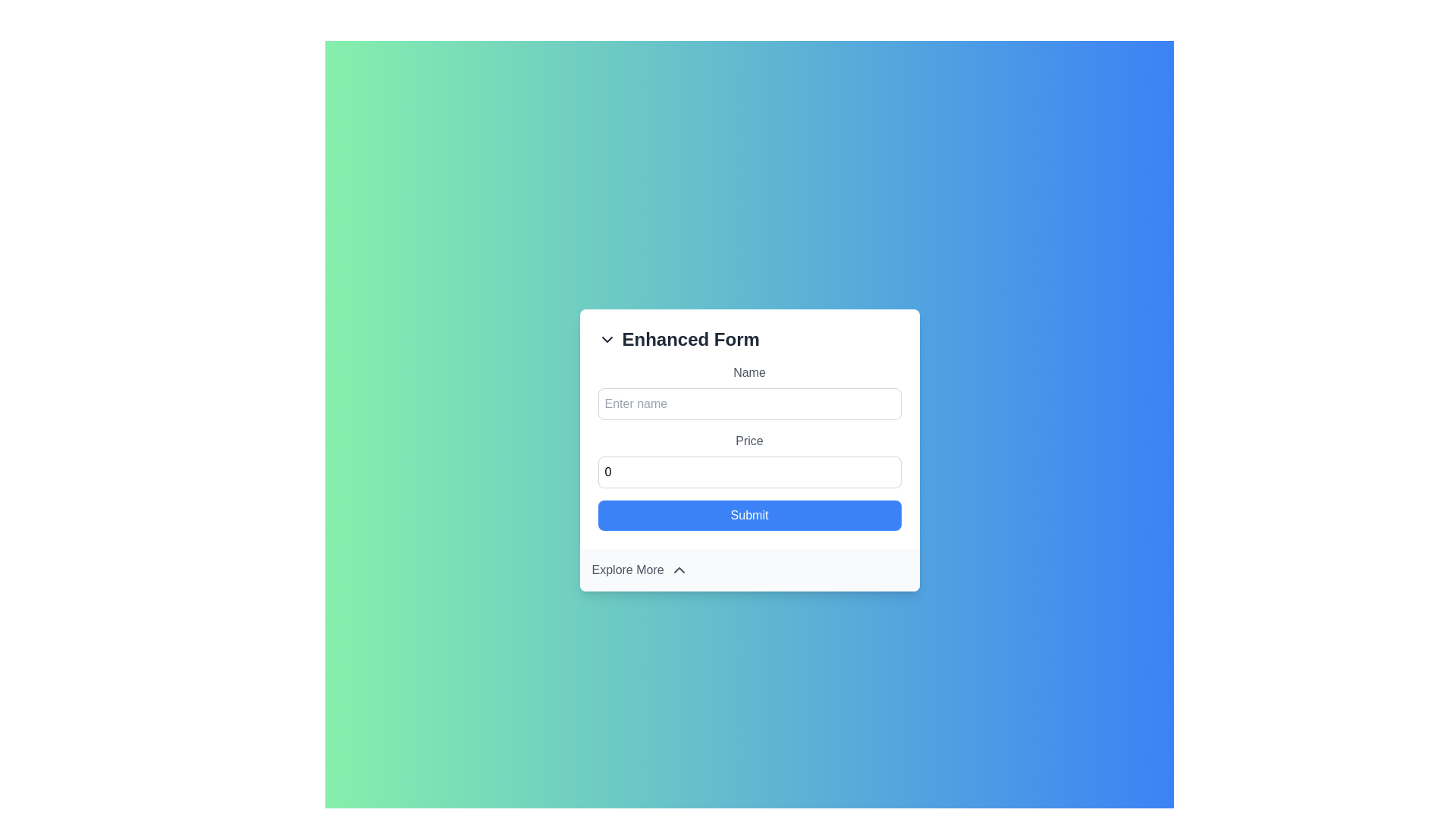 Image resolution: width=1456 pixels, height=819 pixels. I want to click on the 'Price' number input field to focus on it for user input, so click(749, 459).